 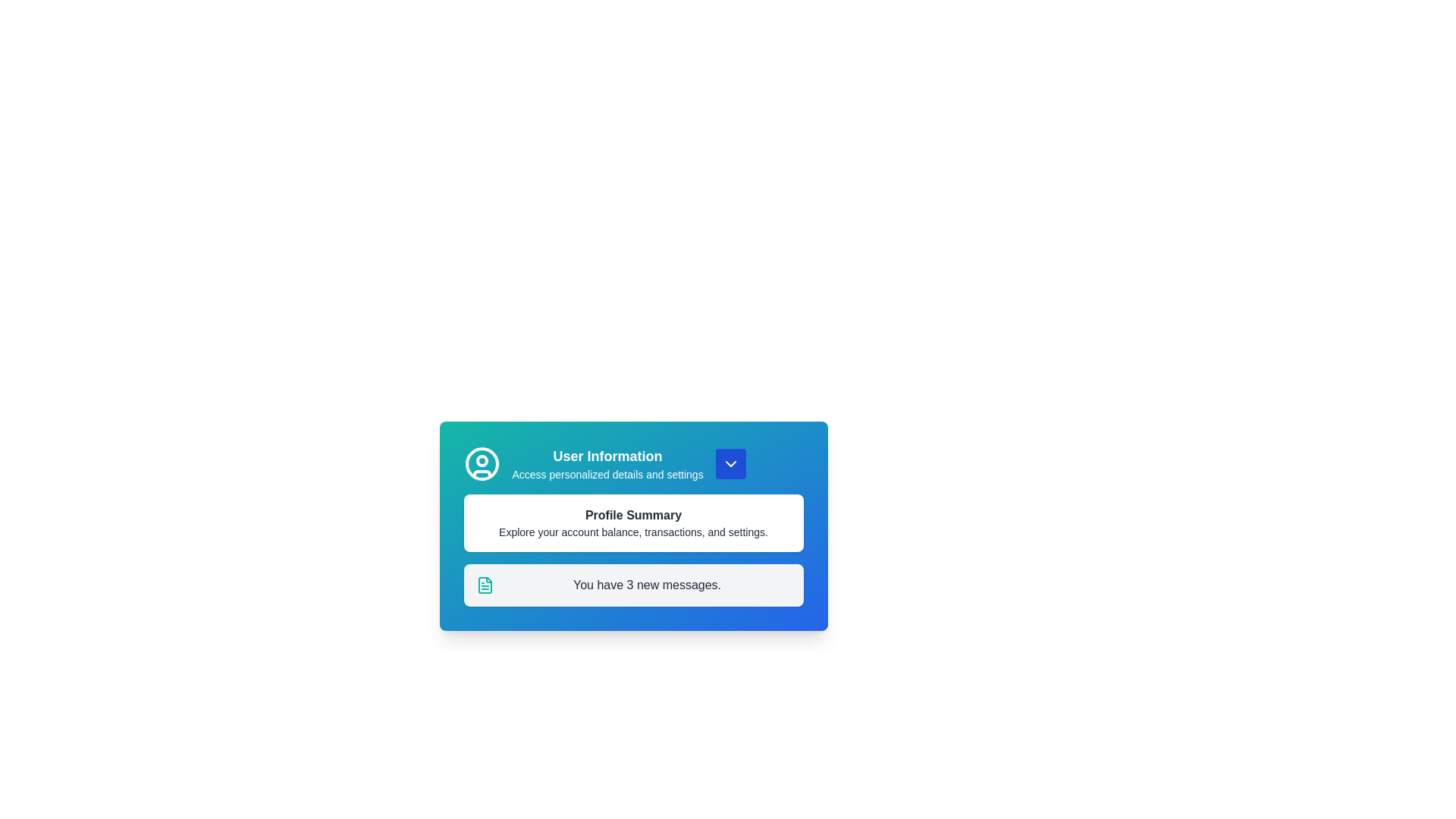 What do you see at coordinates (481, 463) in the screenshot?
I see `the circular user profile avatar located on the left side of the header in the 'User Information' section` at bounding box center [481, 463].